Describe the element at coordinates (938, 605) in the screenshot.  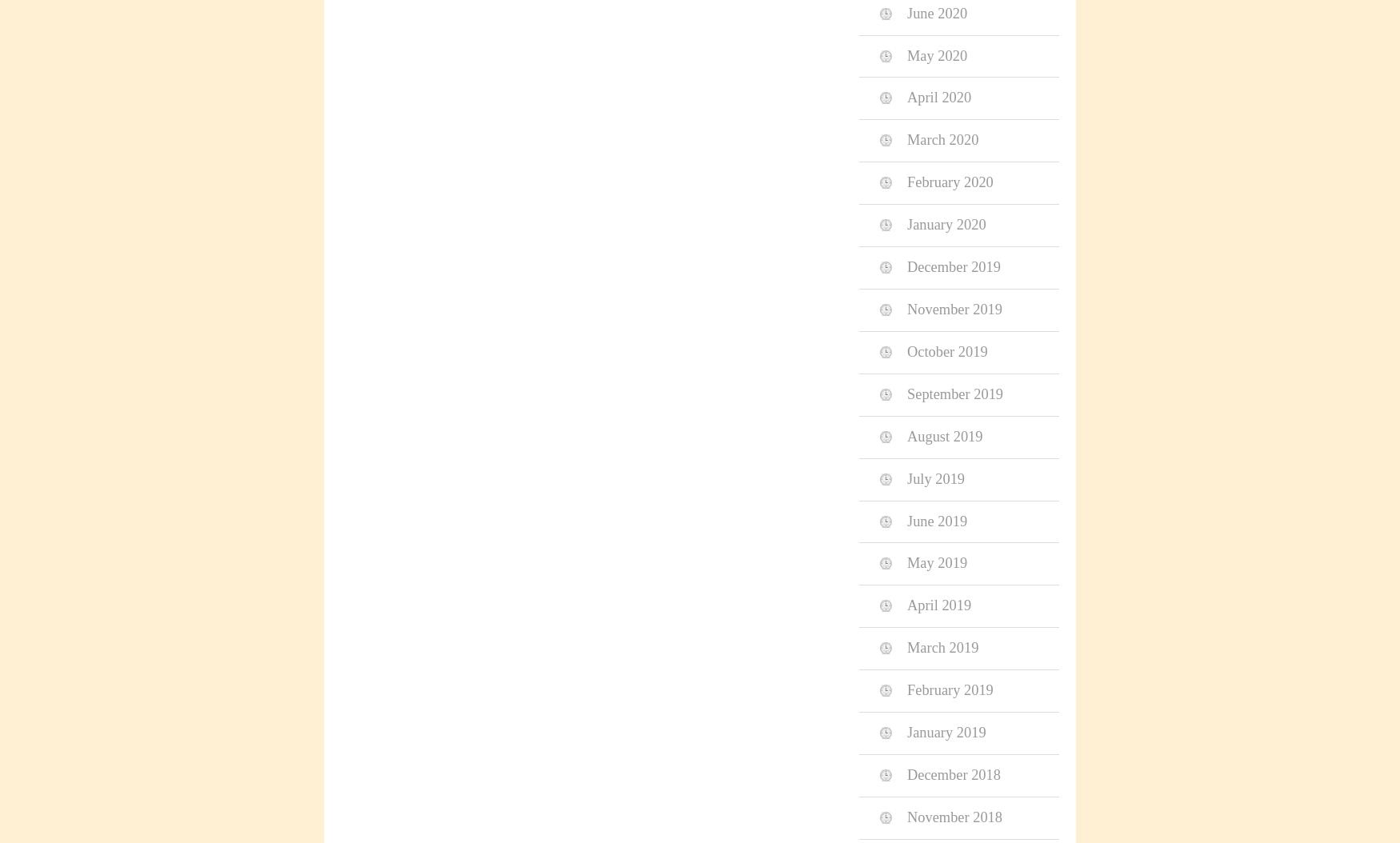
I see `'April 2019'` at that location.